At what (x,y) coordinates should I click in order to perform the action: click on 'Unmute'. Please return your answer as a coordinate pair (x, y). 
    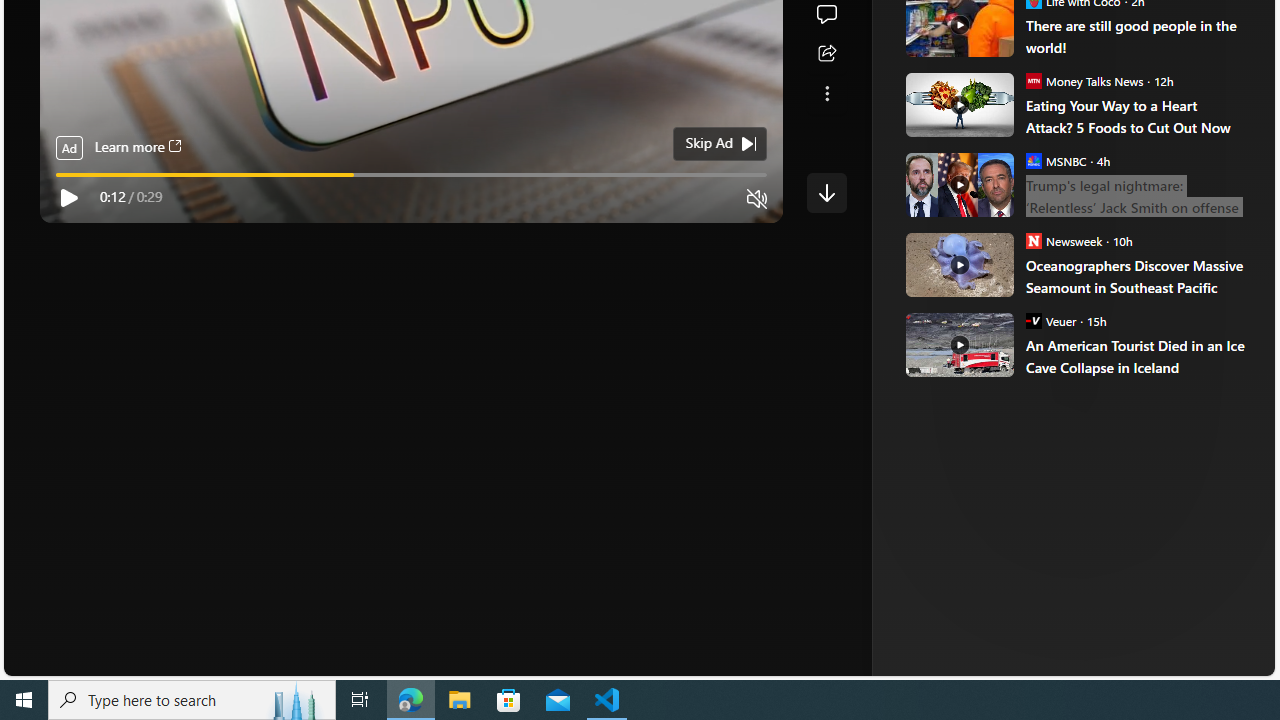
    Looking at the image, I should click on (756, 199).